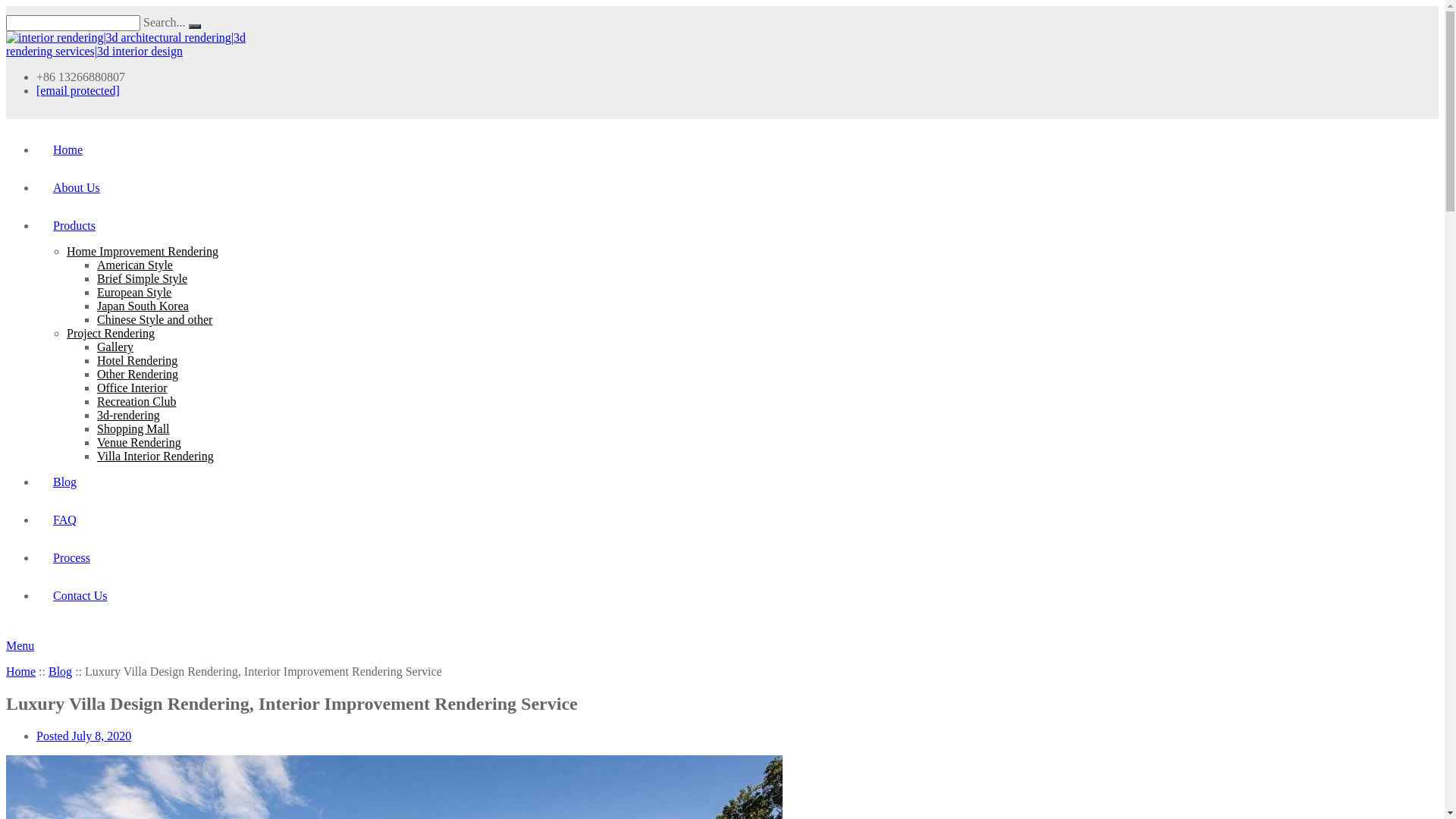 This screenshot has width=1456, height=819. Describe the element at coordinates (133, 428) in the screenshot. I see `'Shopping Mall'` at that location.